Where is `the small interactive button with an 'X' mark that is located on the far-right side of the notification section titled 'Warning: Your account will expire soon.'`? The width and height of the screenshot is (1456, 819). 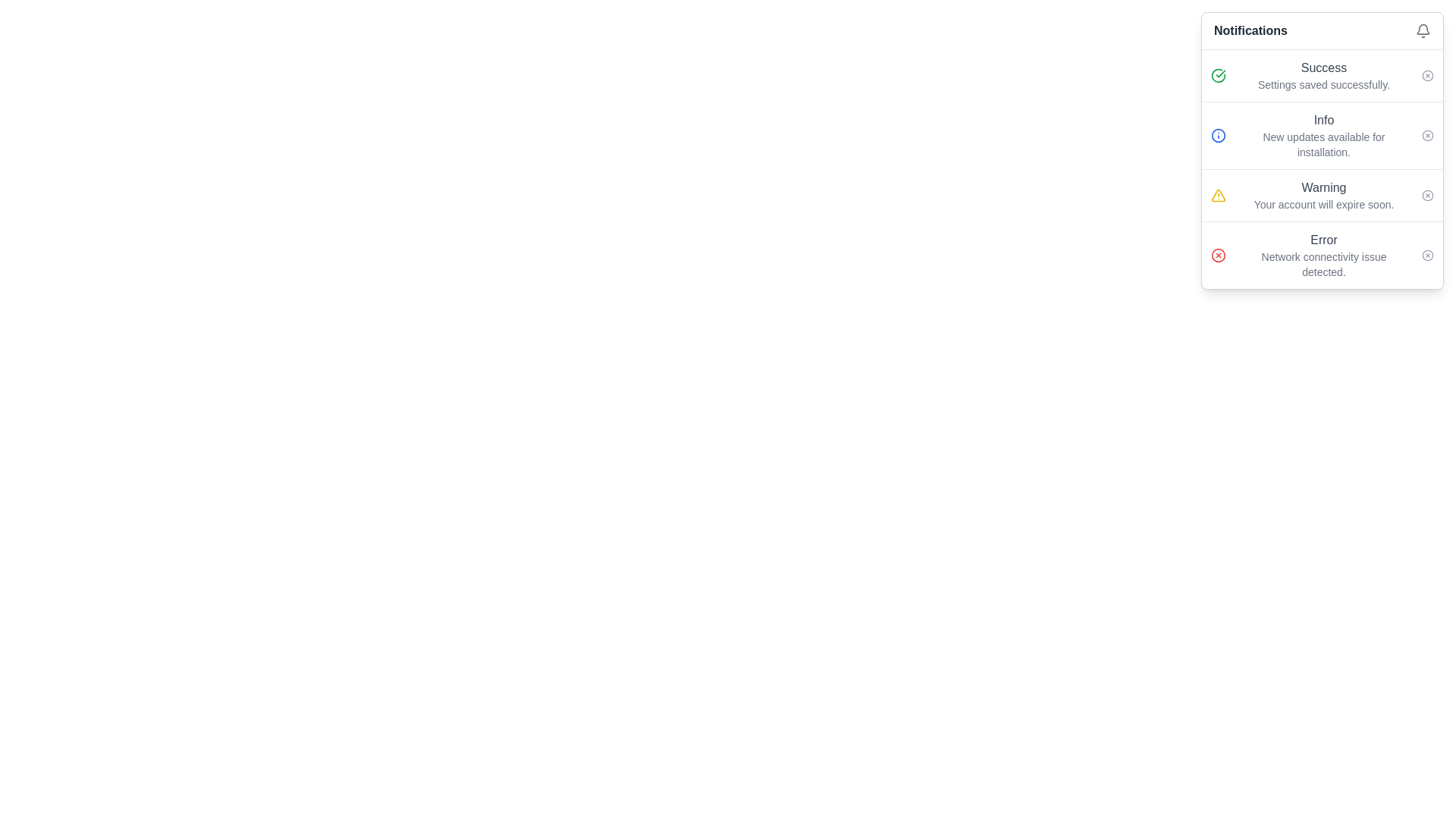 the small interactive button with an 'X' mark that is located on the far-right side of the notification section titled 'Warning: Your account will expire soon.' is located at coordinates (1426, 195).